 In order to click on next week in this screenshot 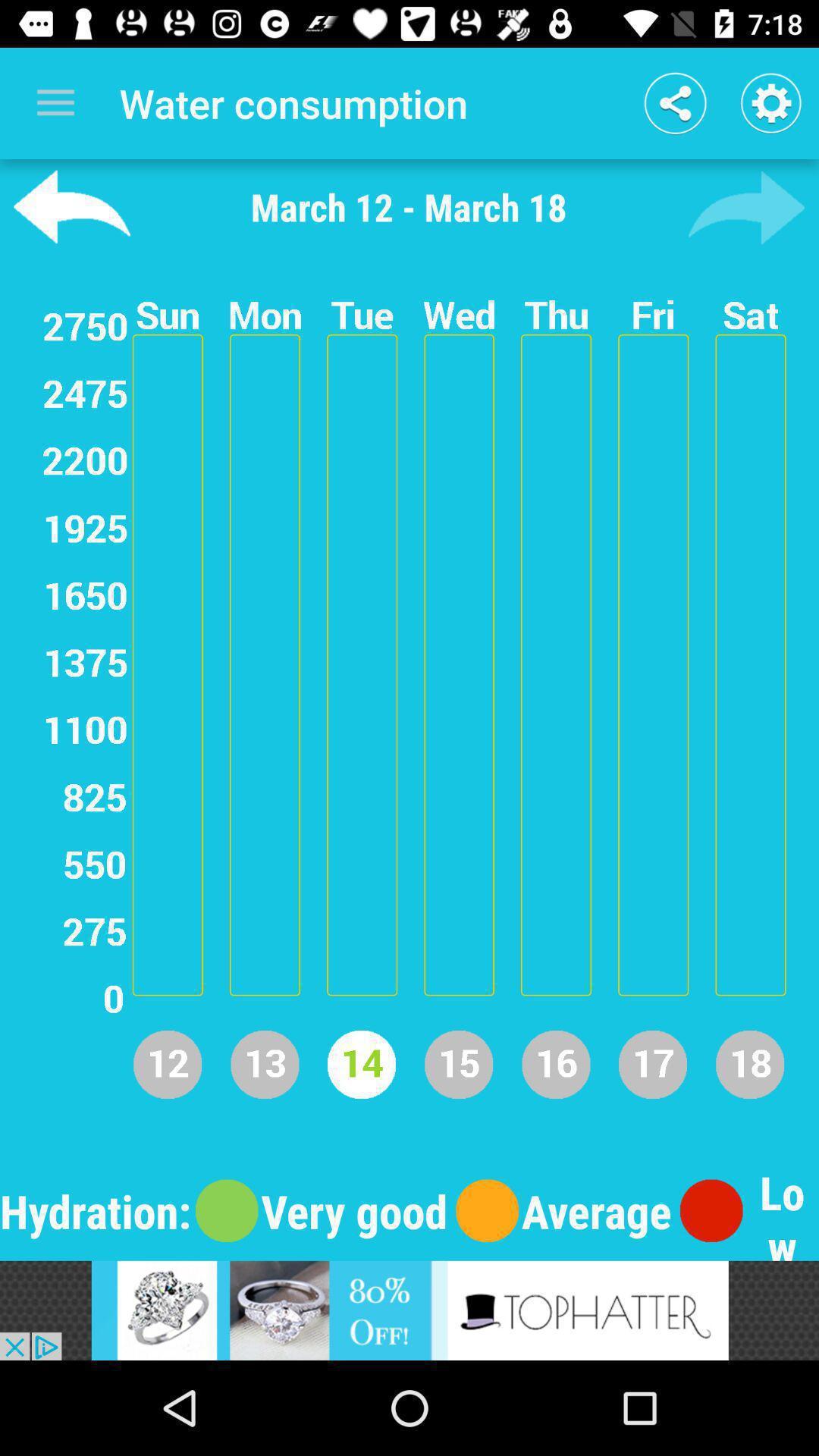, I will do `click(745, 206)`.